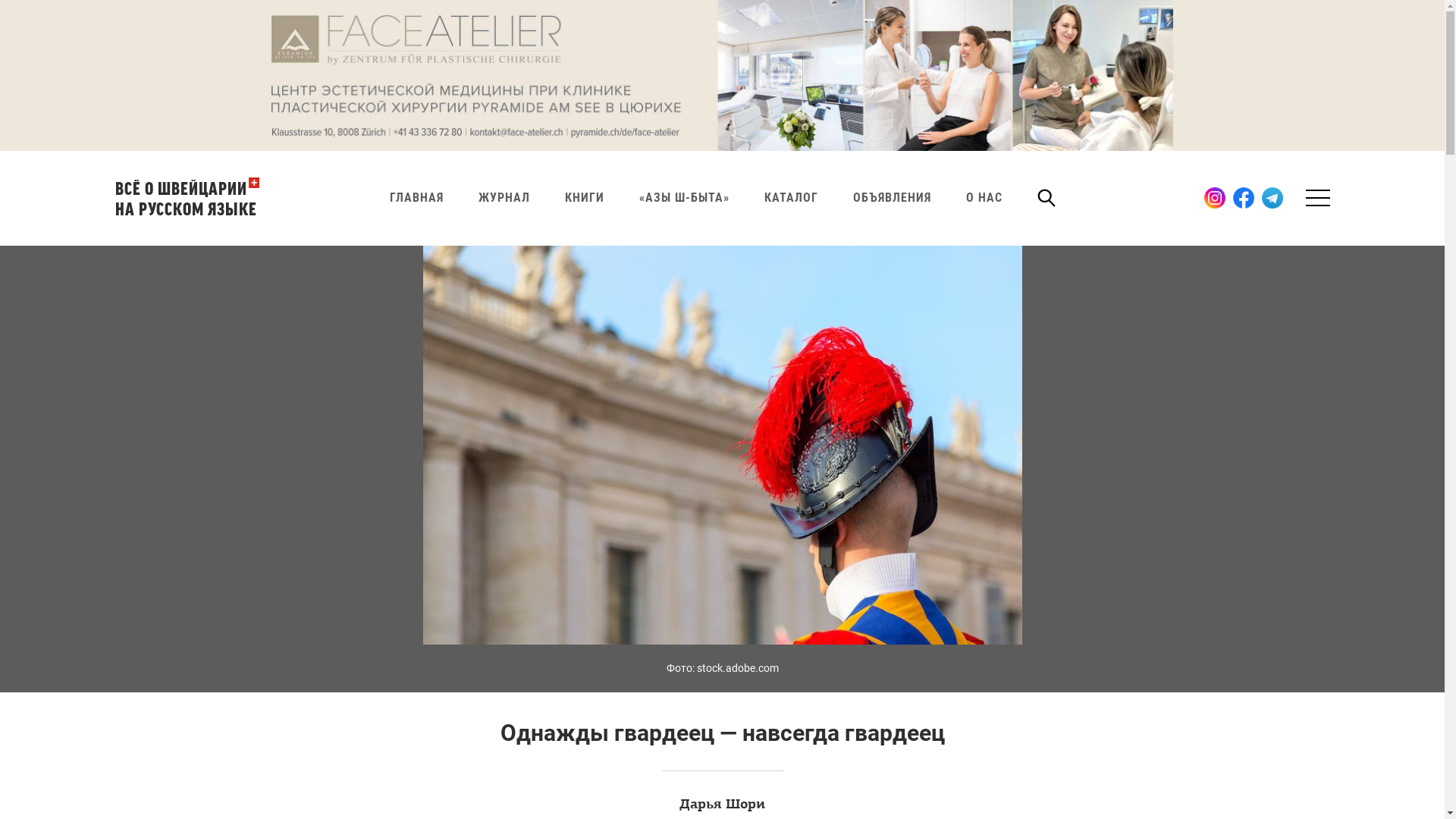  Describe the element at coordinates (1272, 197) in the screenshot. I see `'Telegram'` at that location.